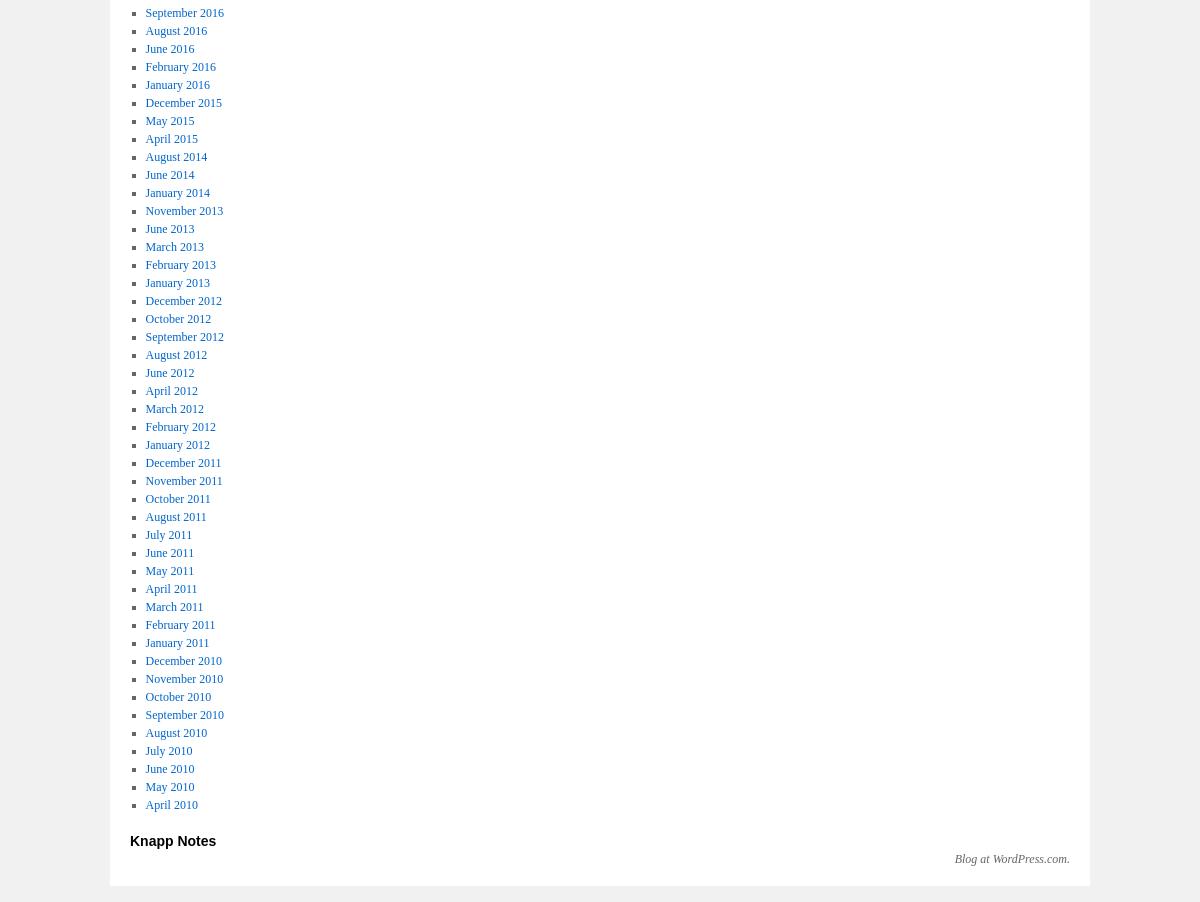 Image resolution: width=1200 pixels, height=902 pixels. Describe the element at coordinates (176, 444) in the screenshot. I see `'January 2012'` at that location.